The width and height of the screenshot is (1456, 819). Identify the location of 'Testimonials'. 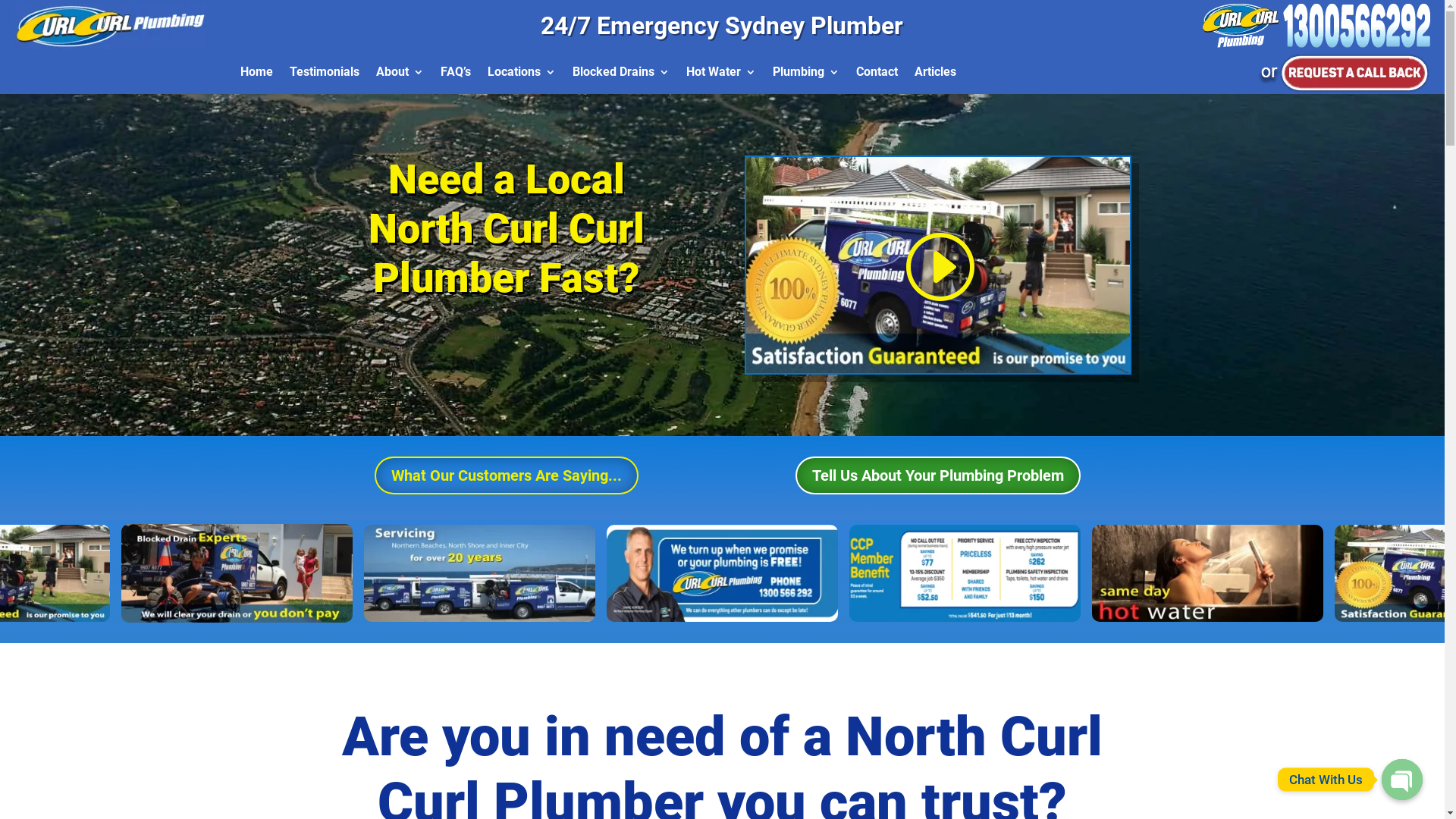
(323, 75).